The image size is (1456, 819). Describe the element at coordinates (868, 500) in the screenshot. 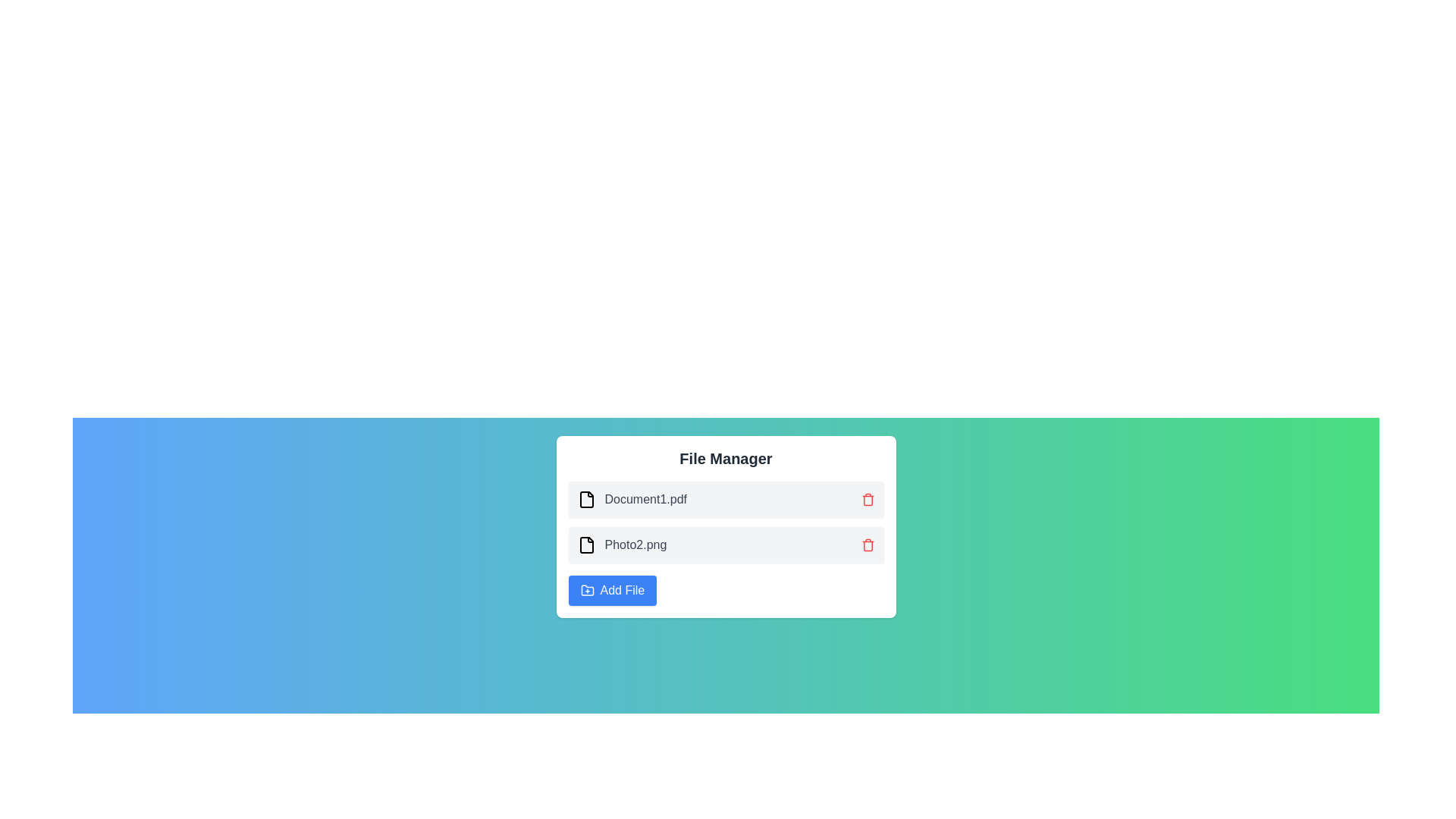

I see `the Trash Icon button used for deleting the file 'Document1.pdf'` at that location.